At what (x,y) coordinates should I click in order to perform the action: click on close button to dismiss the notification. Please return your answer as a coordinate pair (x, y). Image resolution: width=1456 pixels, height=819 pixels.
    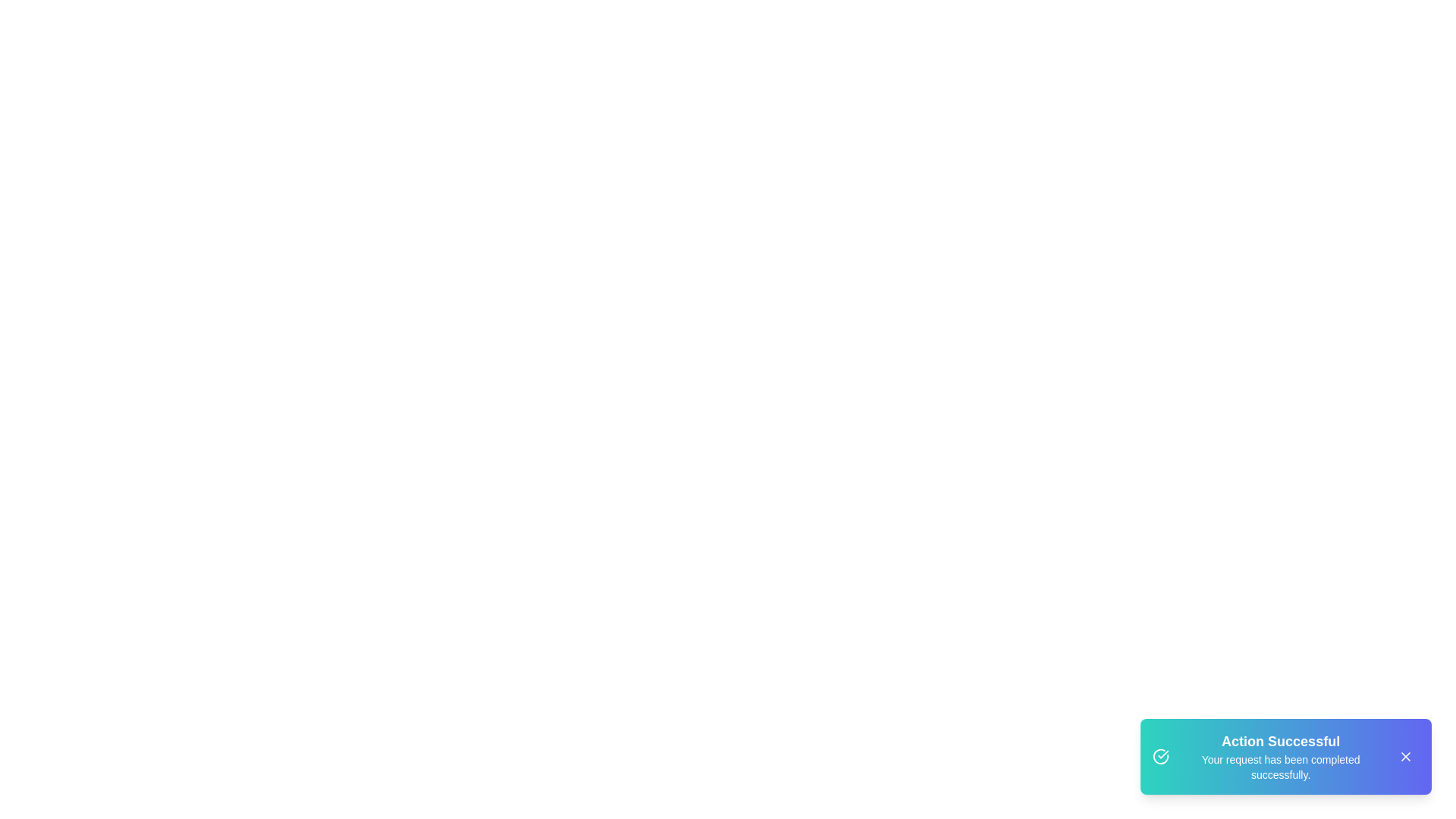
    Looking at the image, I should click on (1404, 757).